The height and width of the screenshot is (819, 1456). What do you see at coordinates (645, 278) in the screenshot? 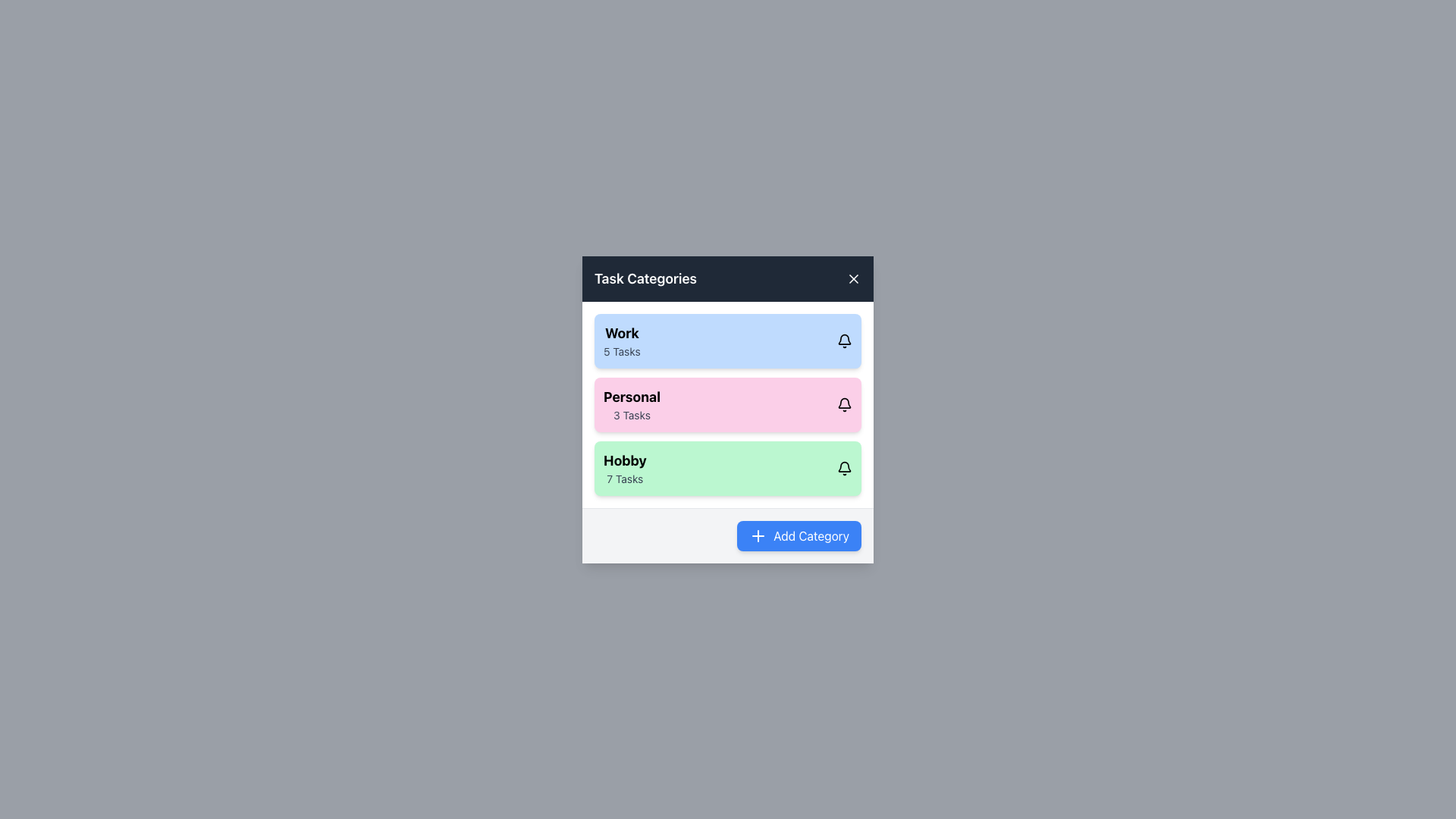
I see `the Text Label located in the top-left portion of the header bar, which serves as a section title for the tasks below` at bounding box center [645, 278].